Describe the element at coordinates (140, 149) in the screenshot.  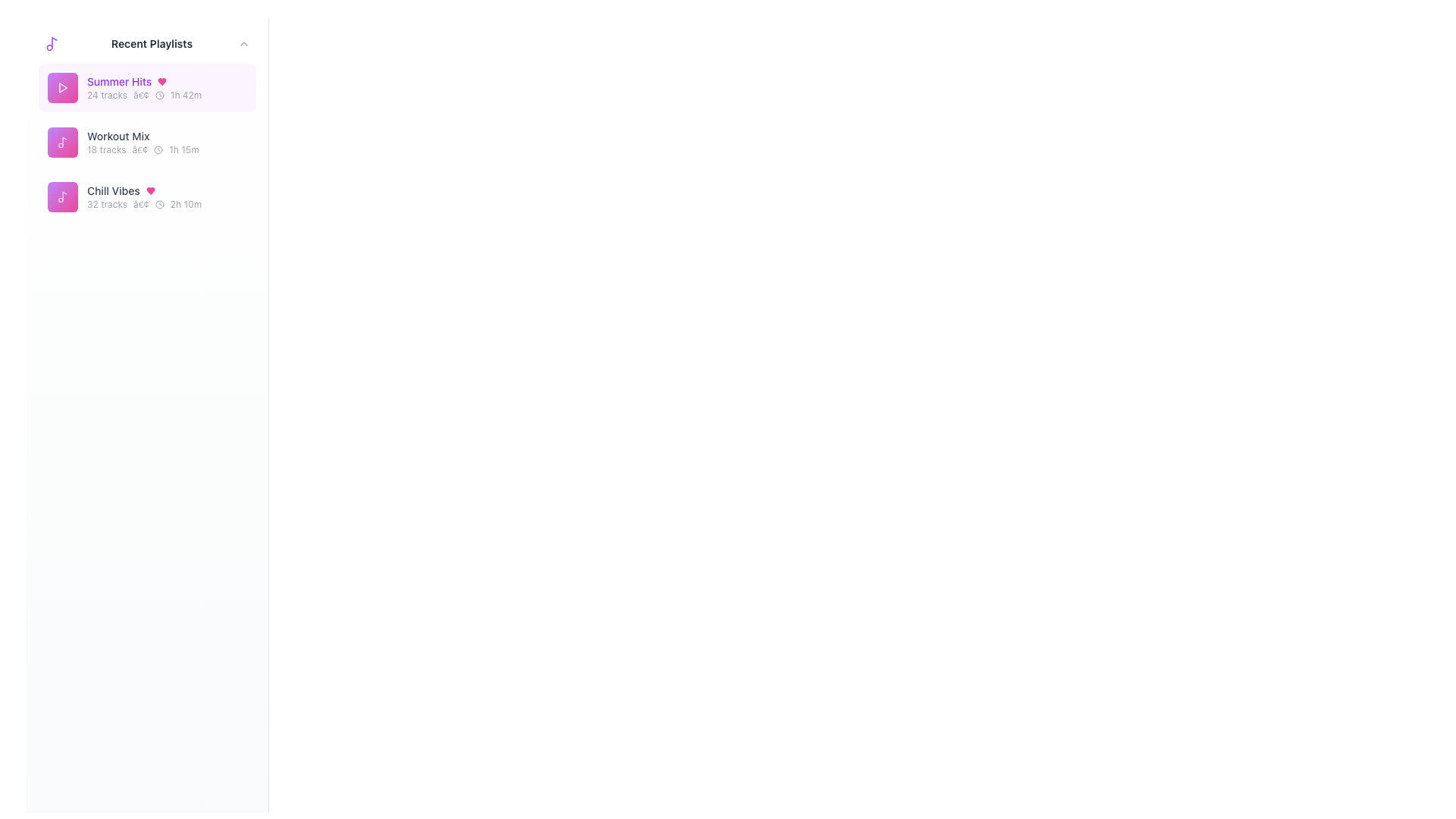
I see `the small bullet point indicator located between the '18 tracks' label and the '1h 15m' clock icon in the second playlist entry` at that location.